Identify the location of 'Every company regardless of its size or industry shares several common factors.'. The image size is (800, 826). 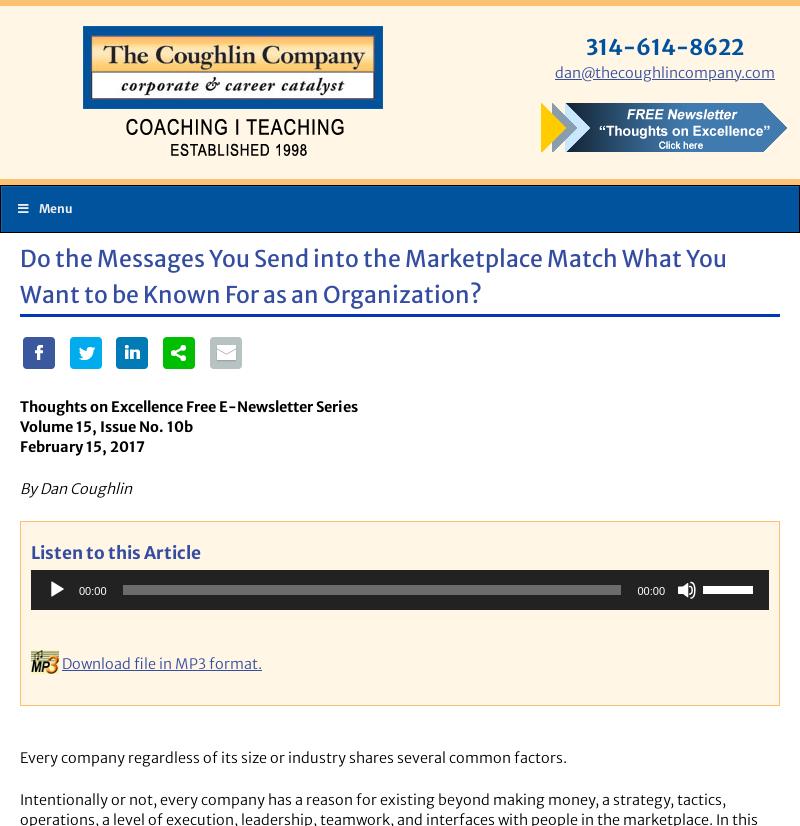
(293, 757).